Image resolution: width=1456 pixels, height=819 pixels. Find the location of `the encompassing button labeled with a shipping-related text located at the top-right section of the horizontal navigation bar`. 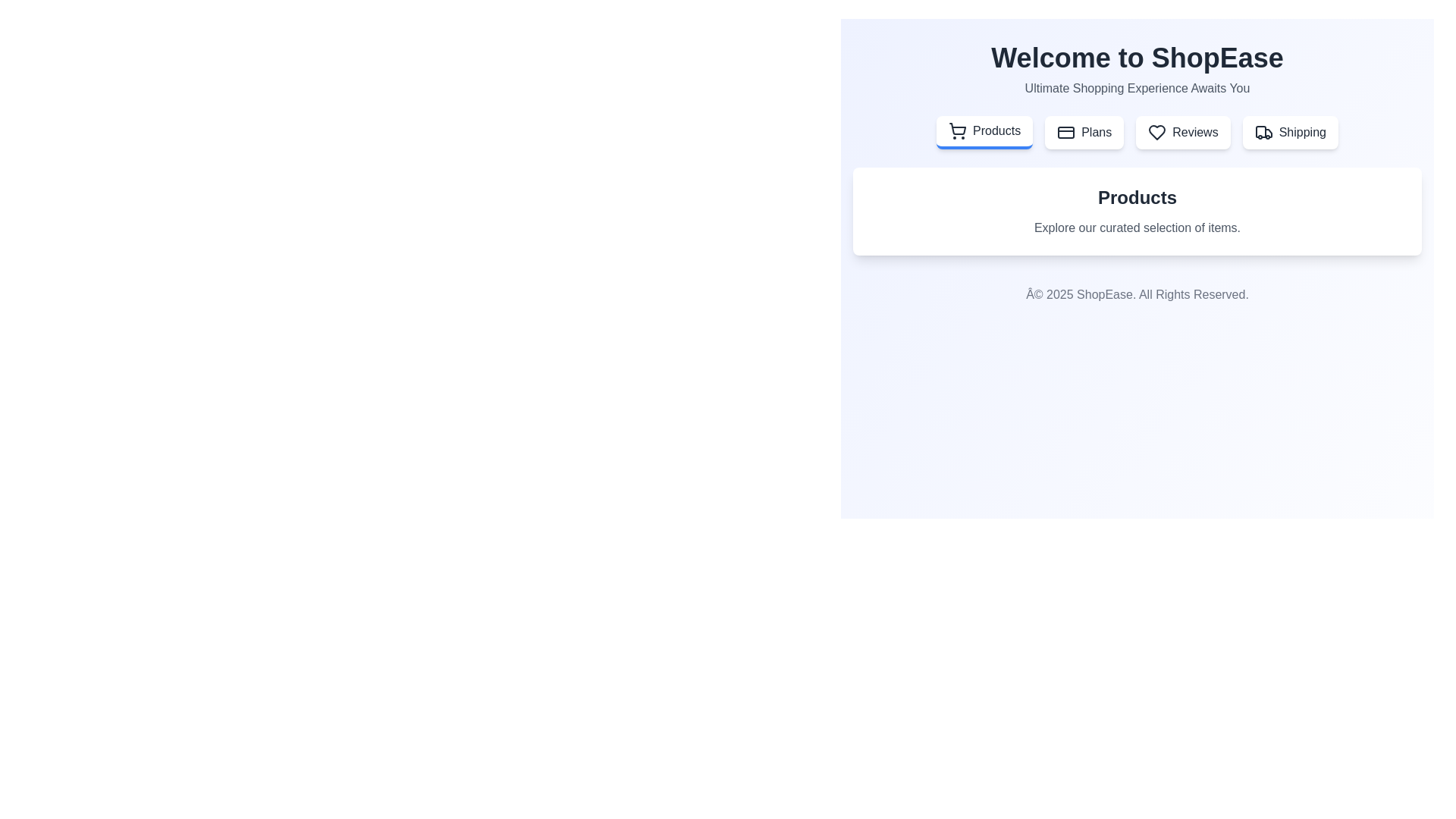

the encompassing button labeled with a shipping-related text located at the top-right section of the horizontal navigation bar is located at coordinates (1301, 131).